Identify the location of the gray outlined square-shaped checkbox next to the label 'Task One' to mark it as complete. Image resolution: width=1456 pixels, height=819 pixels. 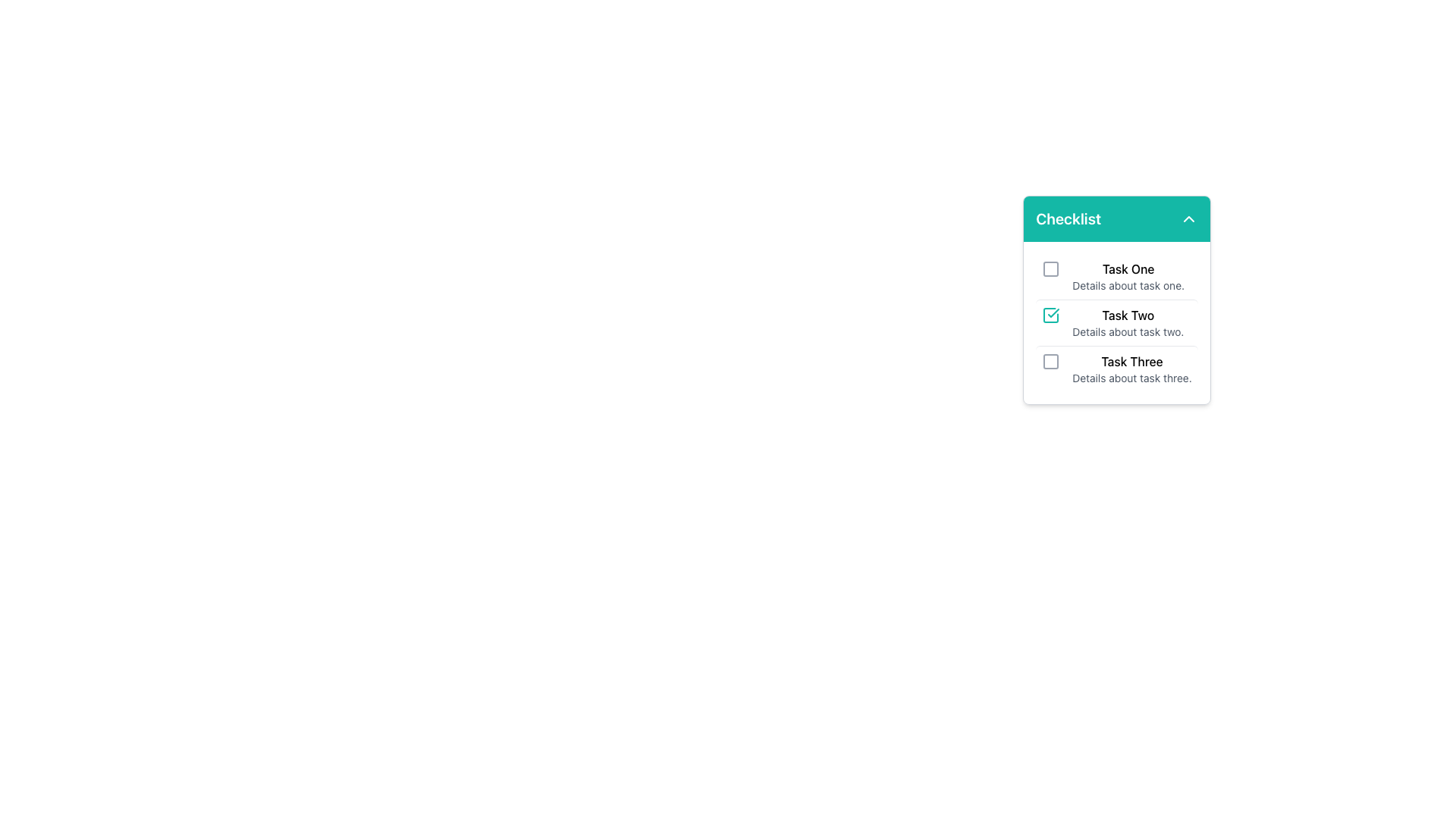
(1050, 268).